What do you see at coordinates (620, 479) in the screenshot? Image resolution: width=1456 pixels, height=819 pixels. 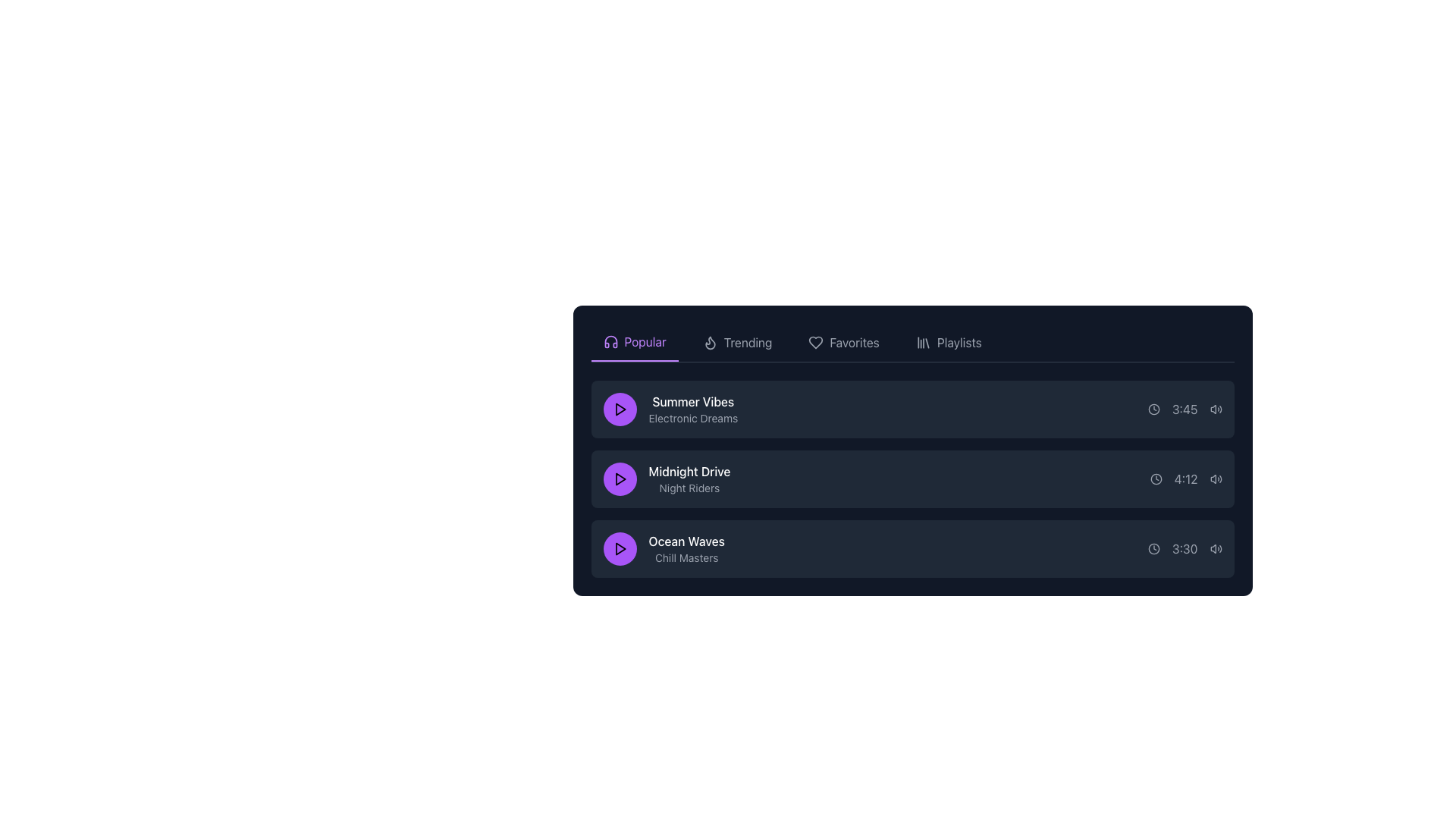 I see `the triangular play button inside a purple circular background next to the text 'Midnight Drive.'` at bounding box center [620, 479].